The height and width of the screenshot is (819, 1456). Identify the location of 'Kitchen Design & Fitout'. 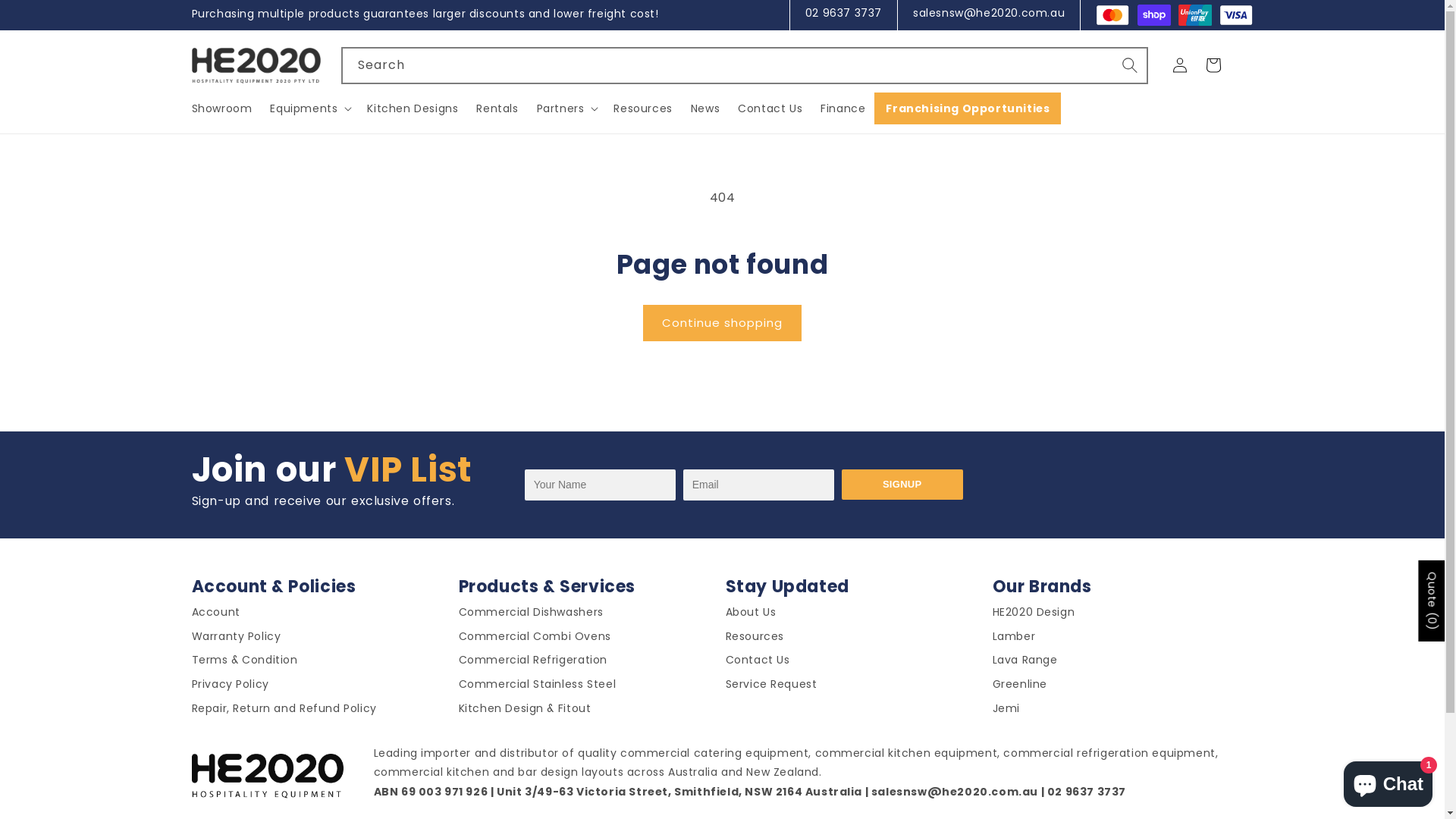
(524, 711).